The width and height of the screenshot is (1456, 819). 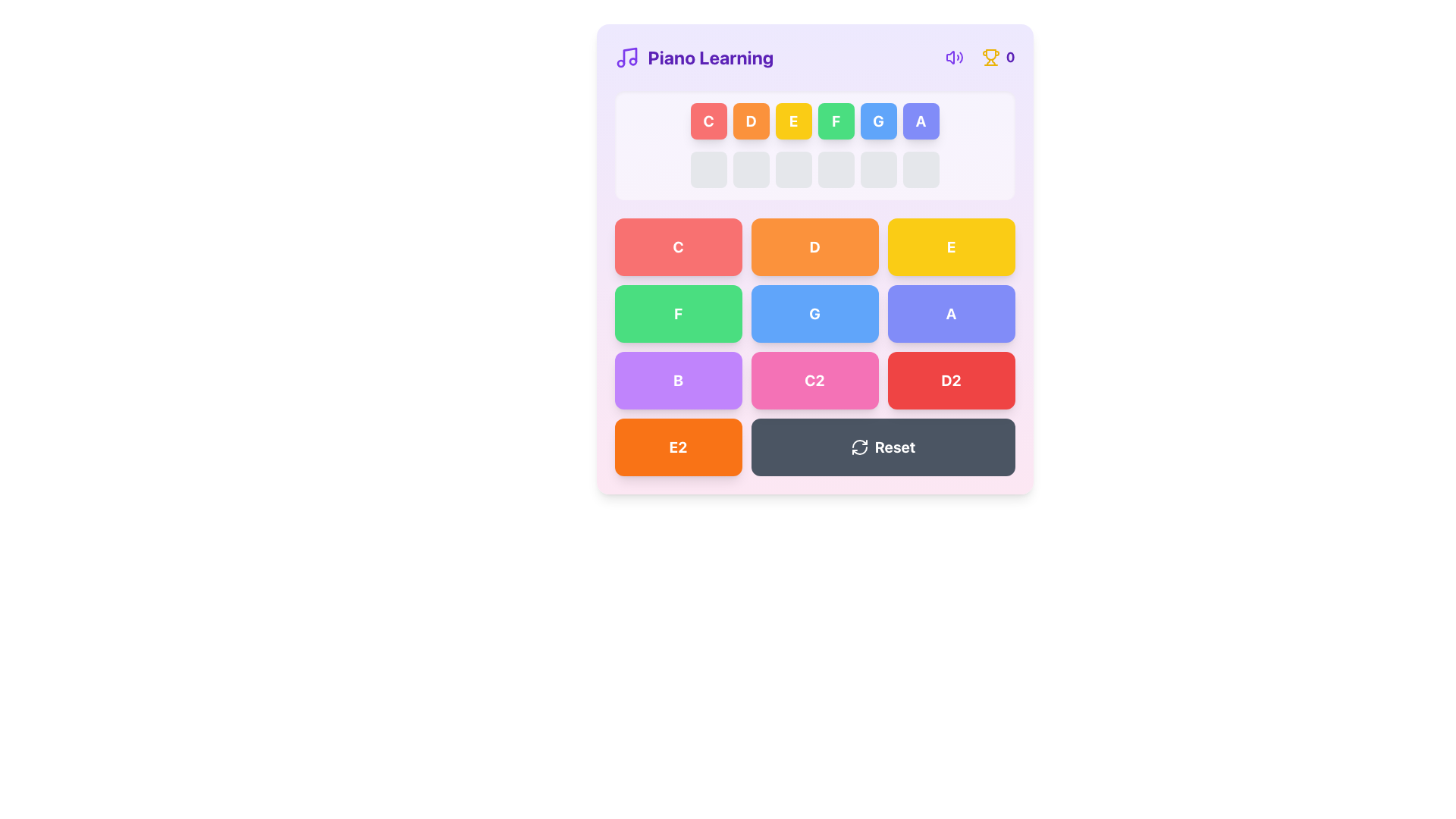 I want to click on the first square button with a gray background and rounded corners located on the left side of a row of six identical buttons, so click(x=708, y=169).